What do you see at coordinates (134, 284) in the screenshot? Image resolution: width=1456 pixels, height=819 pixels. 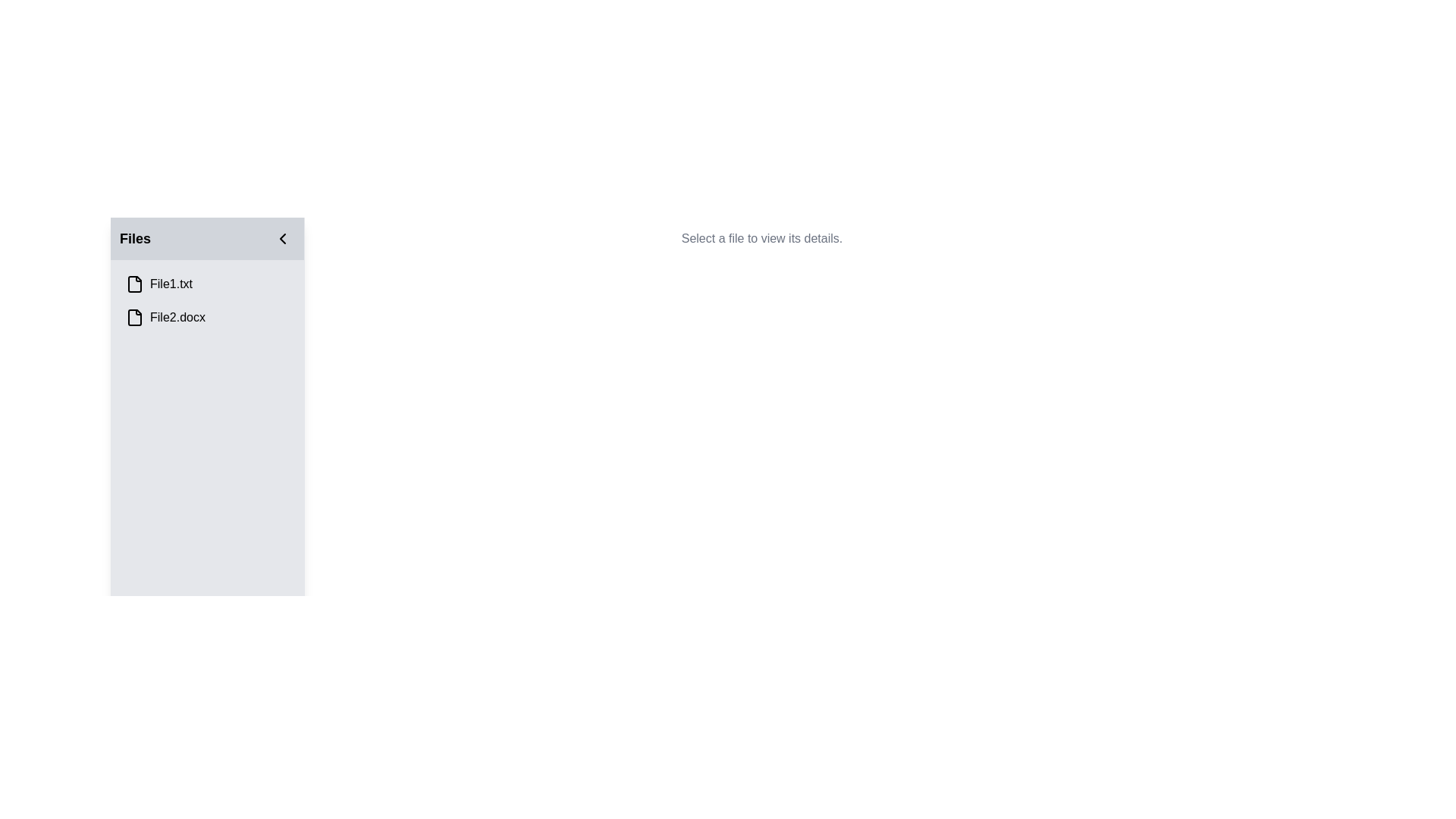 I see `SVG properties of the upper part of the document icon representing 'File1.txt' in the left panel of the file browser interface` at bounding box center [134, 284].